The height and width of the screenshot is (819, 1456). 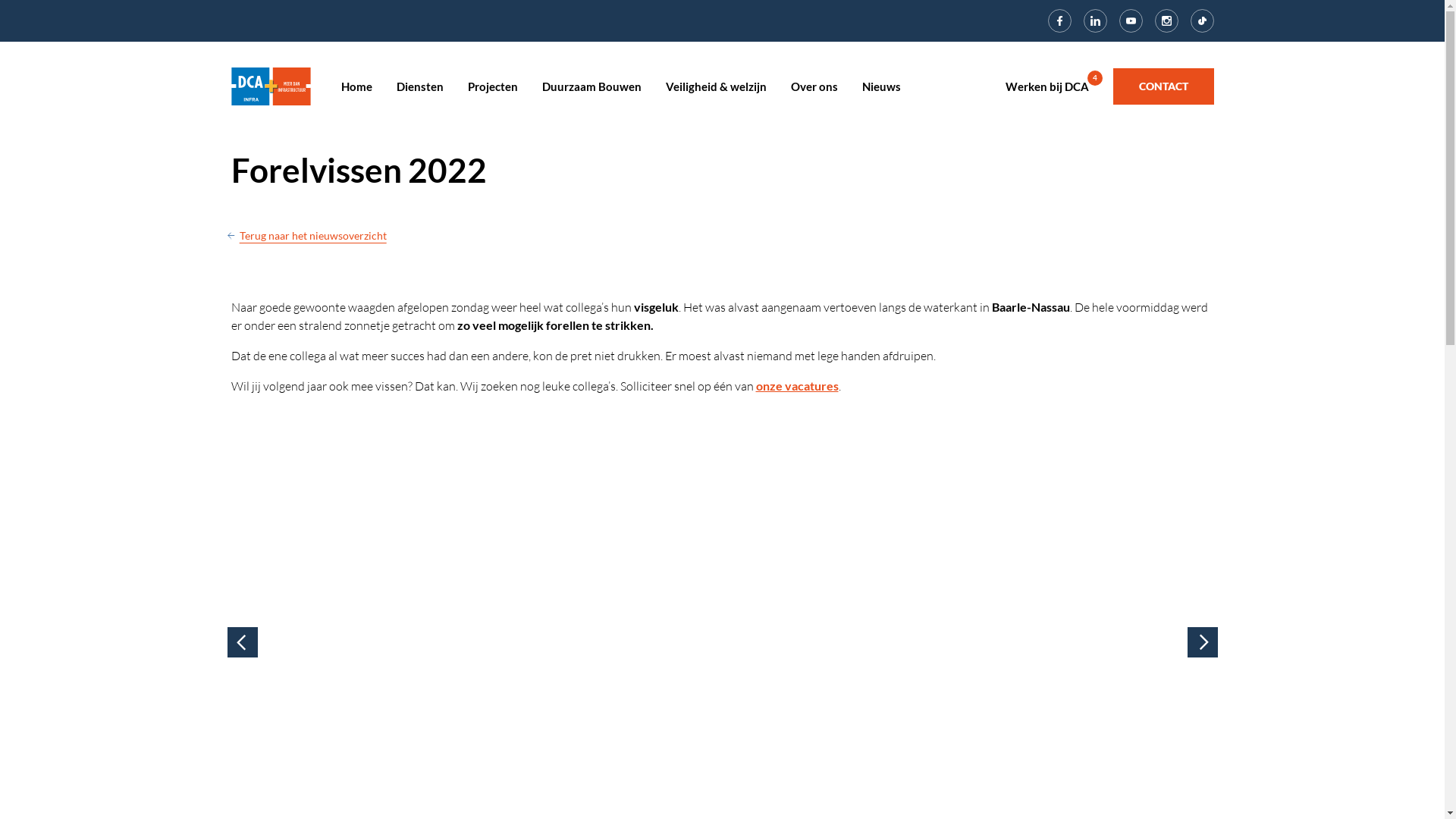 I want to click on 'Duurzaam Bouwen', so click(x=590, y=86).